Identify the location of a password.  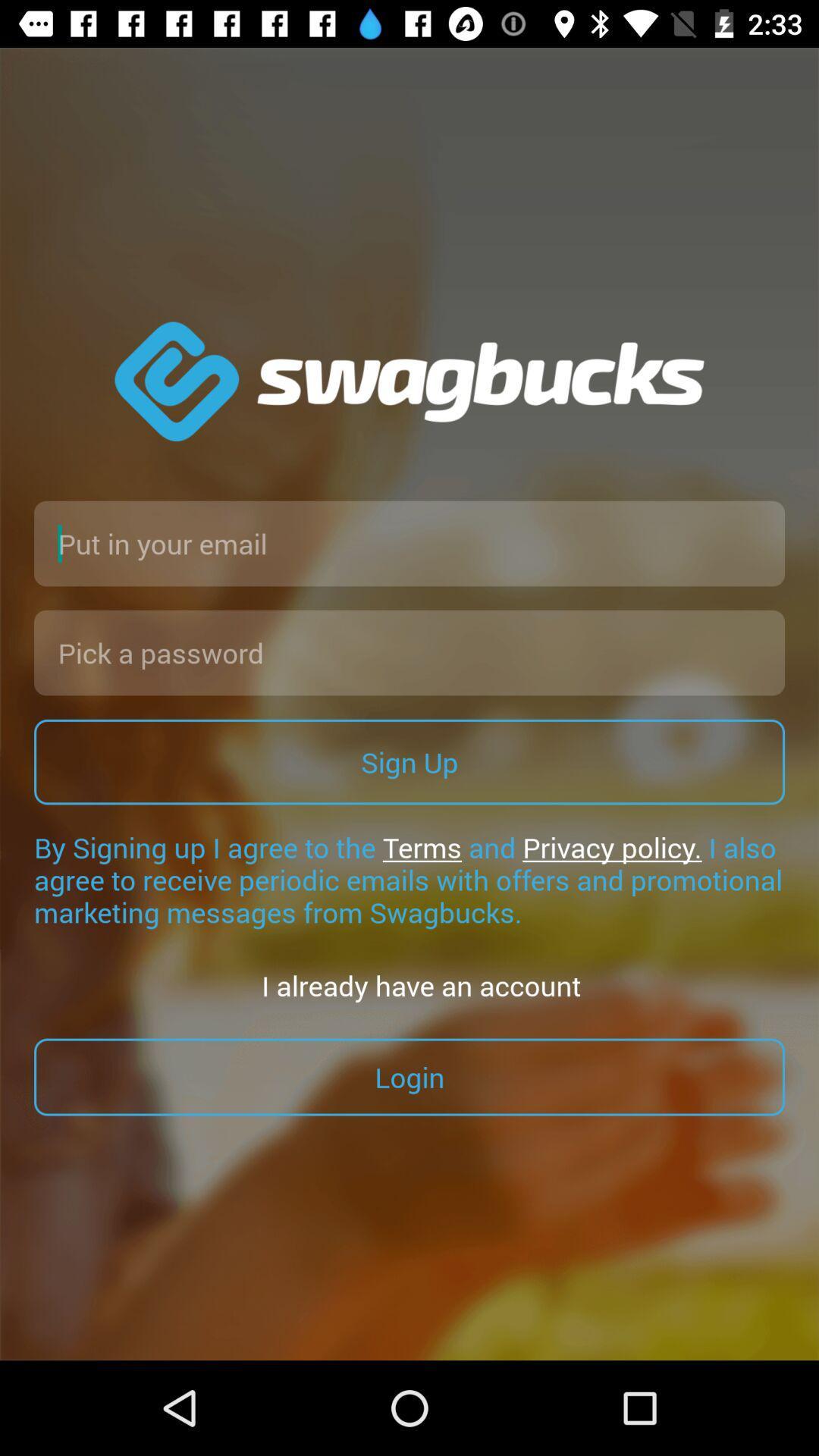
(409, 652).